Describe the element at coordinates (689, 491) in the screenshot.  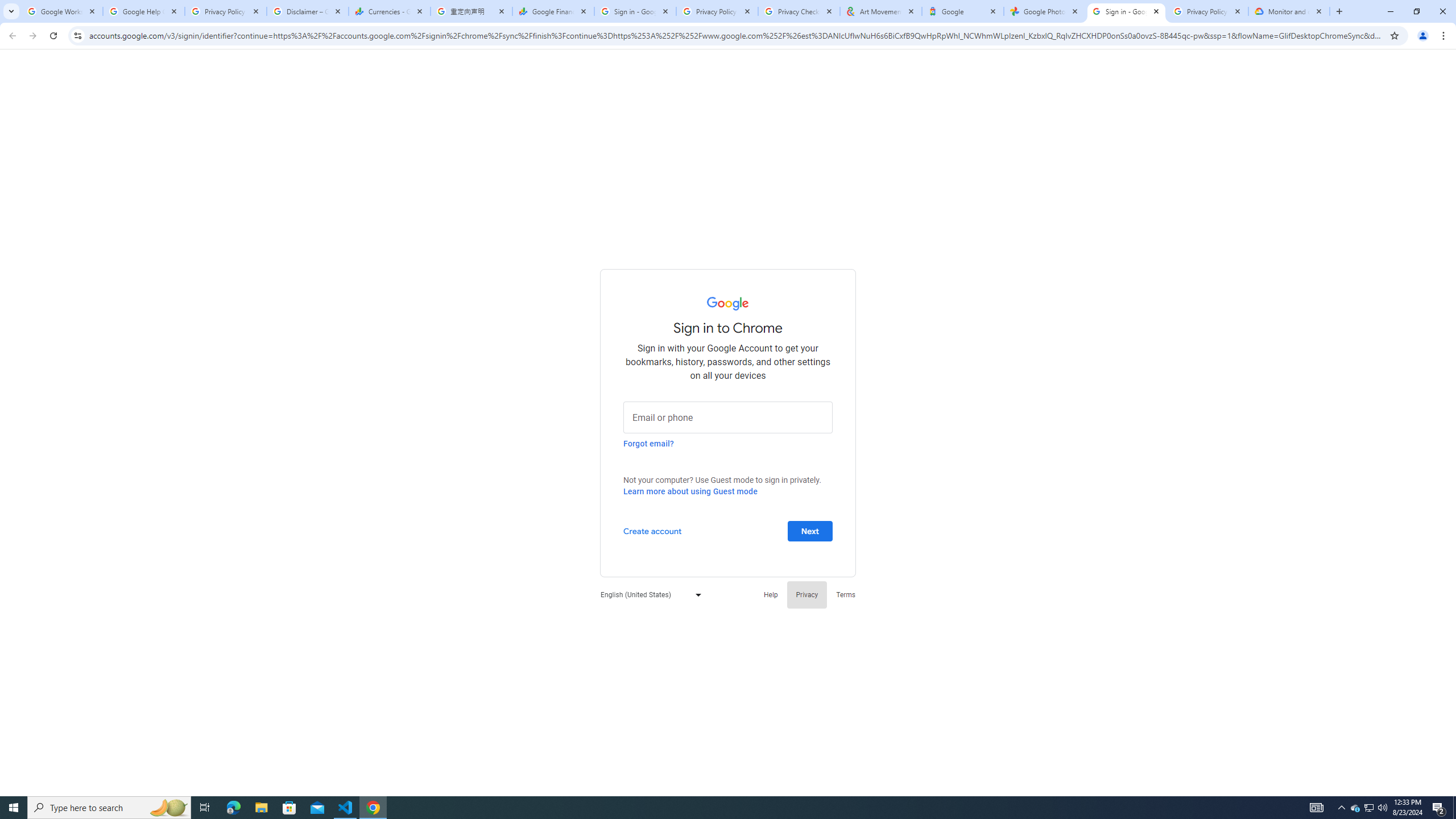
I see `'Learn more about using Guest mode'` at that location.